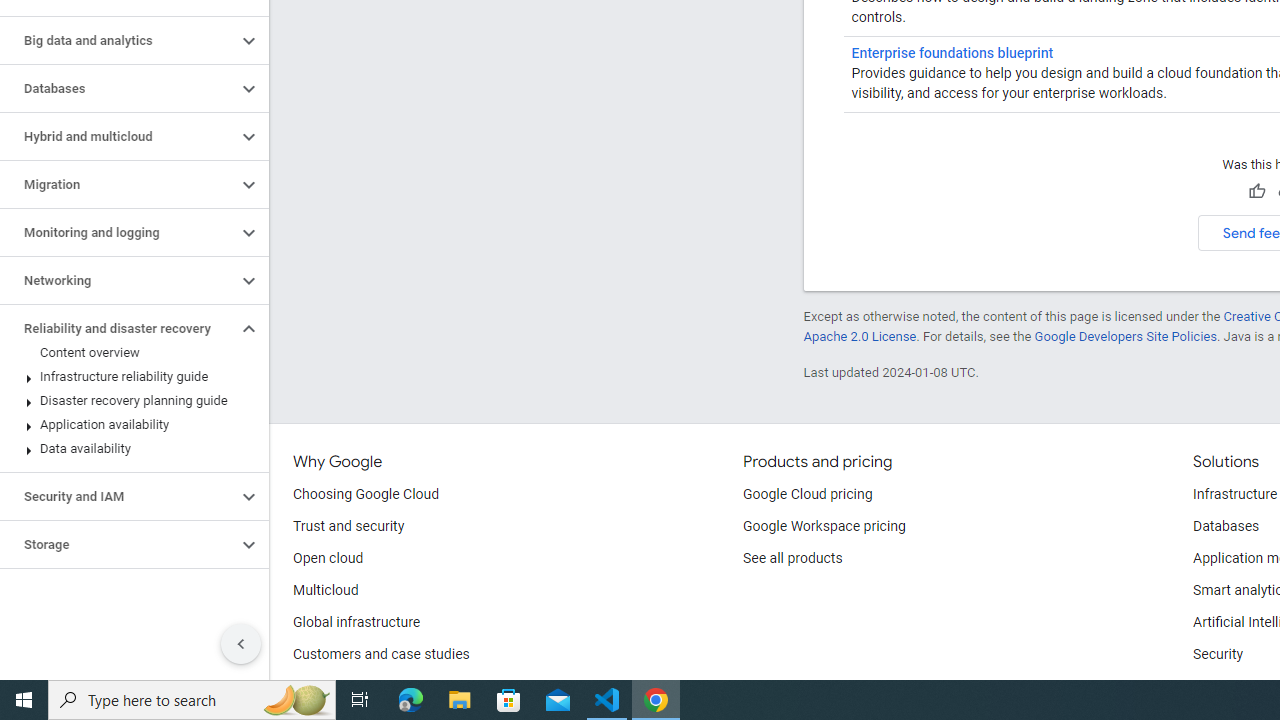  Describe the element at coordinates (240, 644) in the screenshot. I see `'Hide side navigation'` at that location.